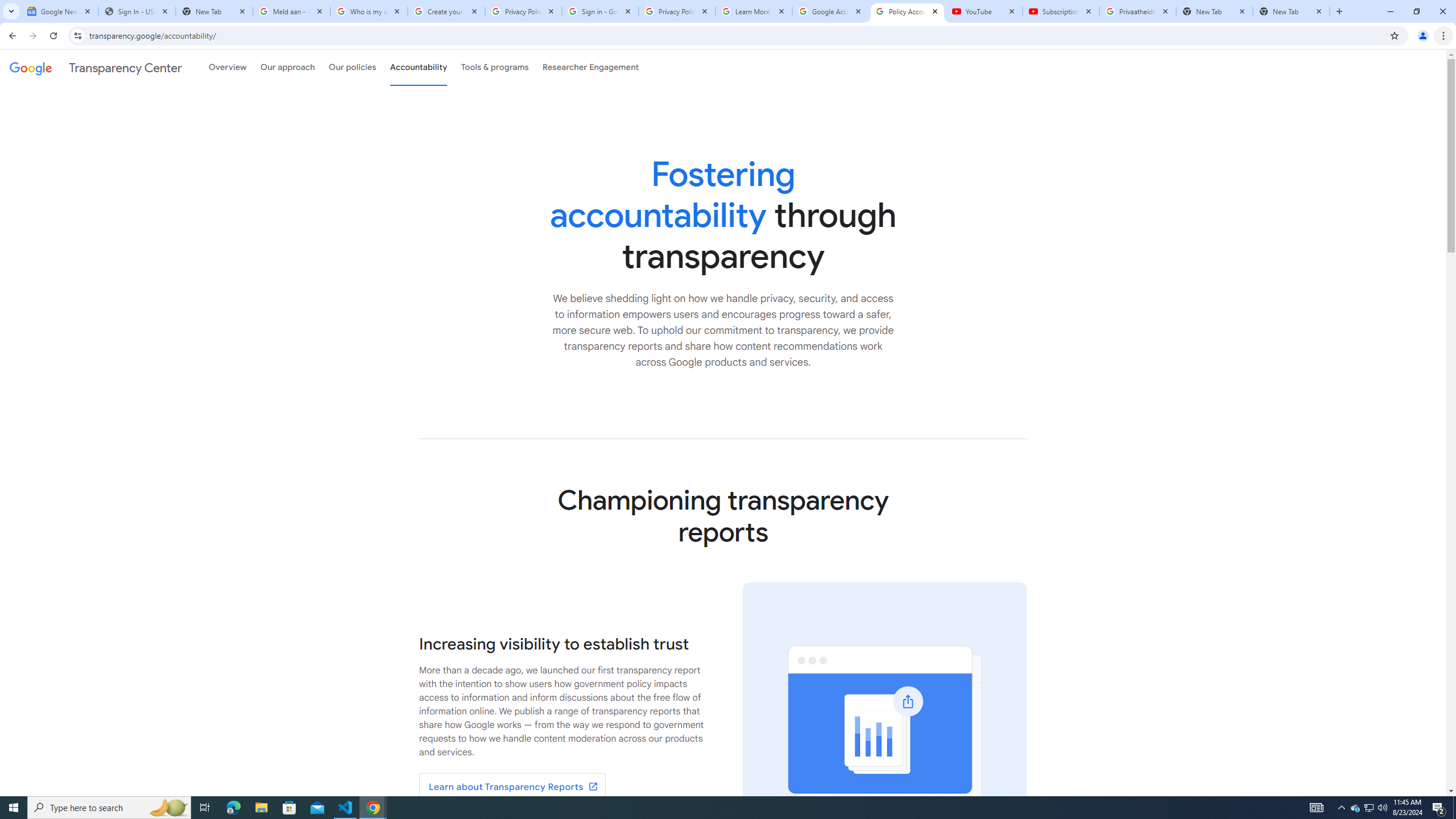  Describe the element at coordinates (591, 67) in the screenshot. I see `'Researcher Engagement'` at that location.